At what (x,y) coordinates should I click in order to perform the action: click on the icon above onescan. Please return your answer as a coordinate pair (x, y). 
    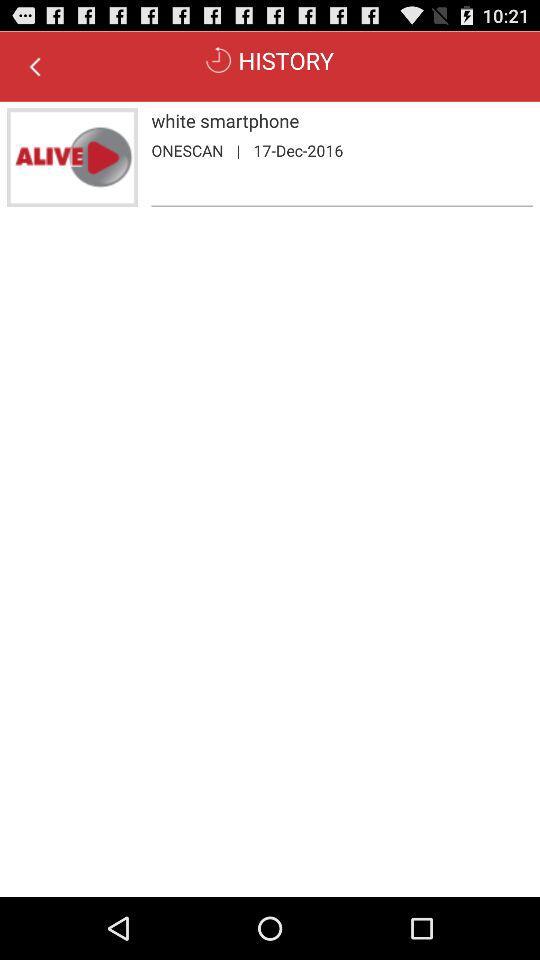
    Looking at the image, I should click on (341, 120).